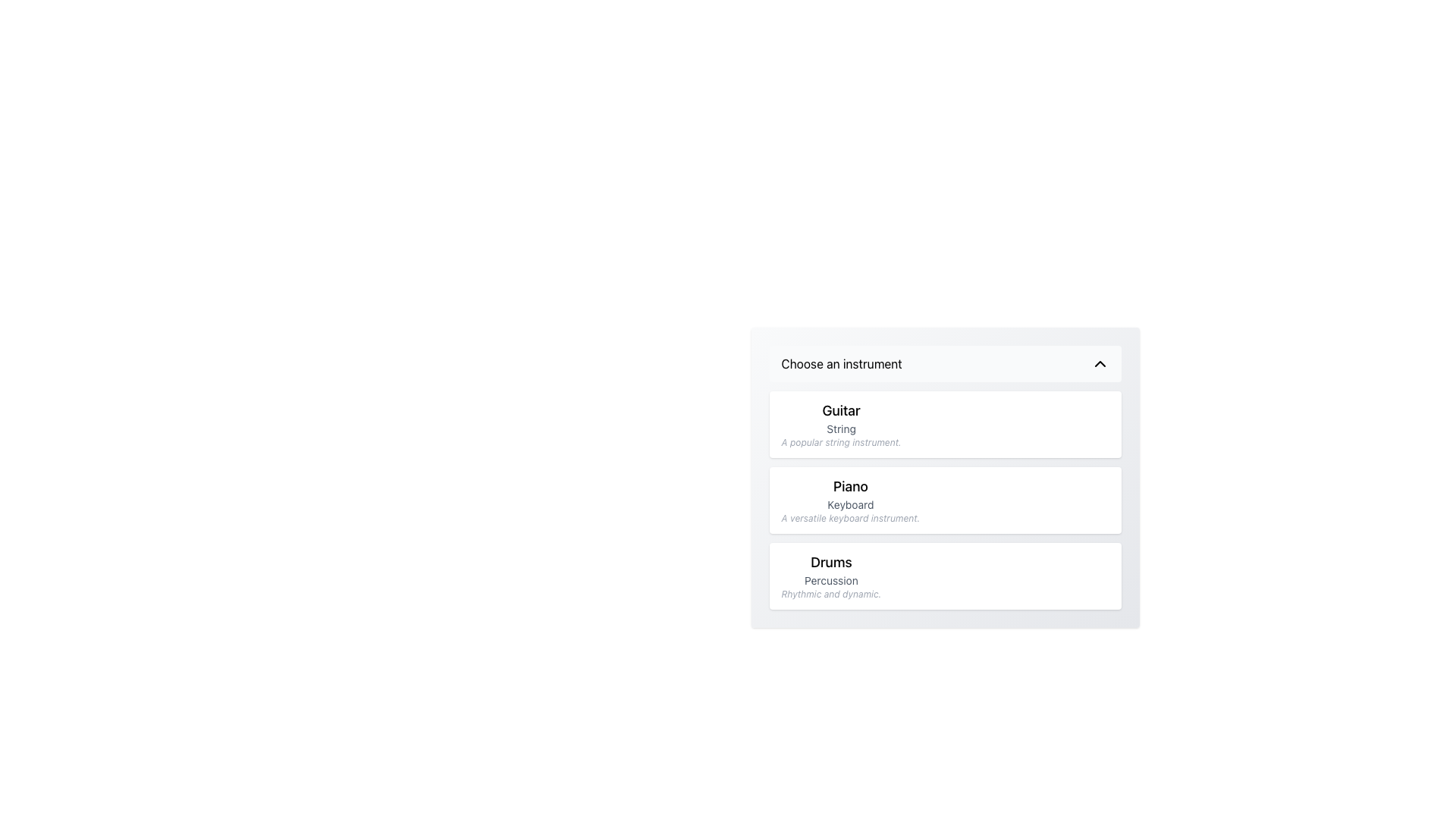 This screenshot has height=819, width=1456. Describe the element at coordinates (840, 429) in the screenshot. I see `the text label that reads 'String,' which is styled in a smaller, gray font and positioned below the bold text 'Guitar.'` at that location.